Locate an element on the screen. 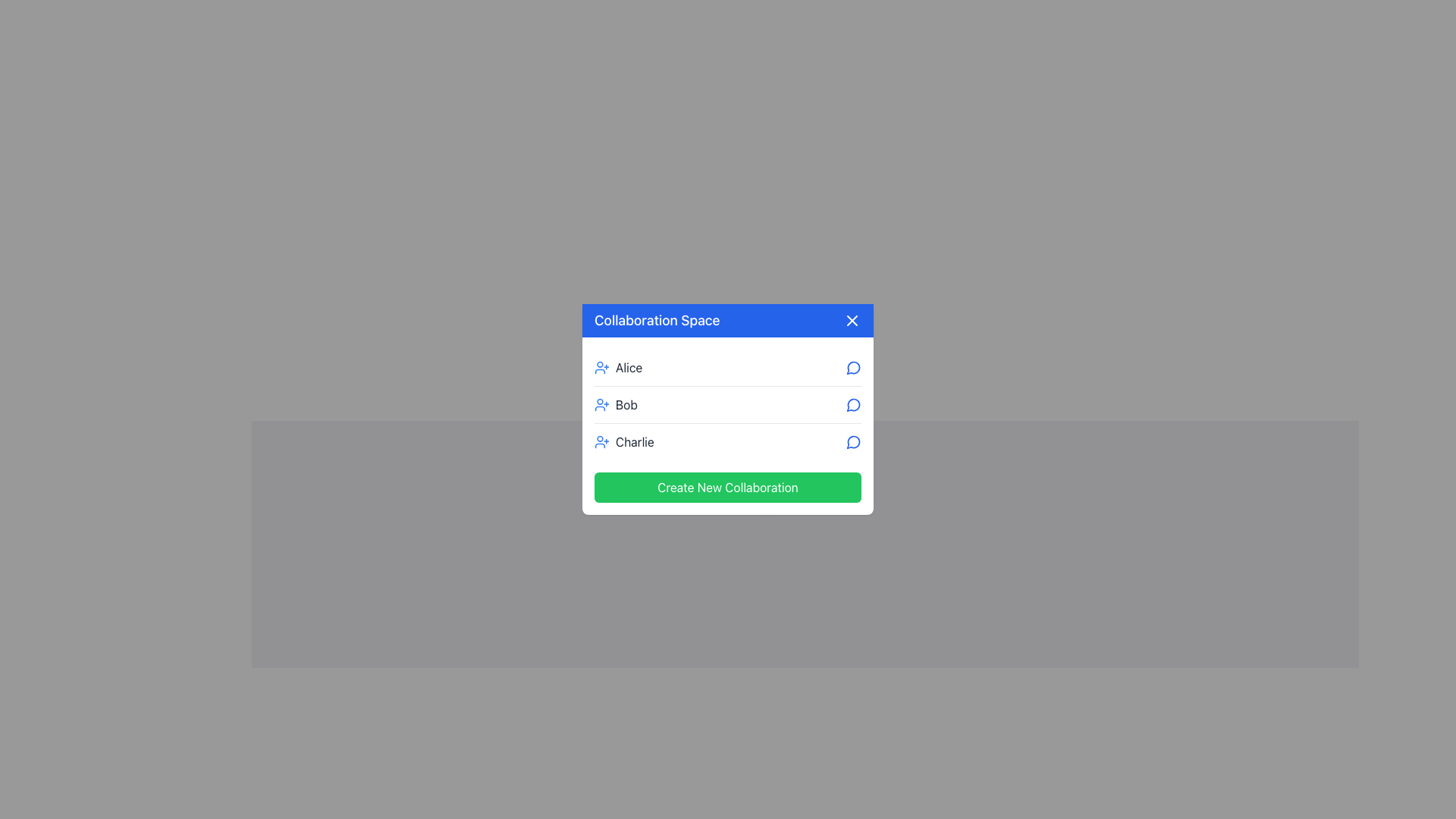  the label identifying the user named 'Bob' in the collaboration space, which is the second item in a vertically aligned list within a modal dialog is located at coordinates (616, 403).